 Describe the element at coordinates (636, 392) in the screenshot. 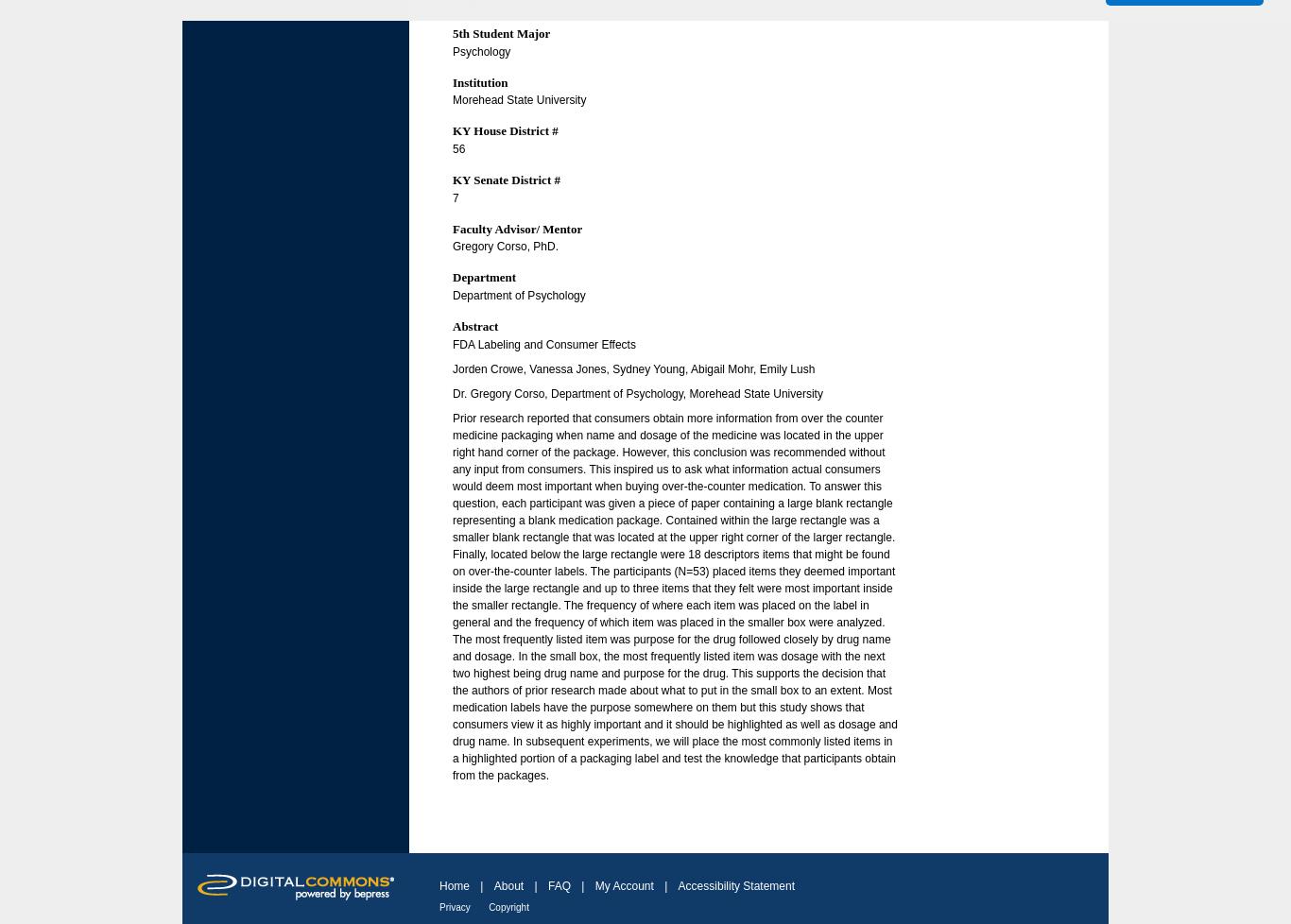

I see `'Dr. Gregory Corso, Department of Psychology, Morehead State University'` at that location.